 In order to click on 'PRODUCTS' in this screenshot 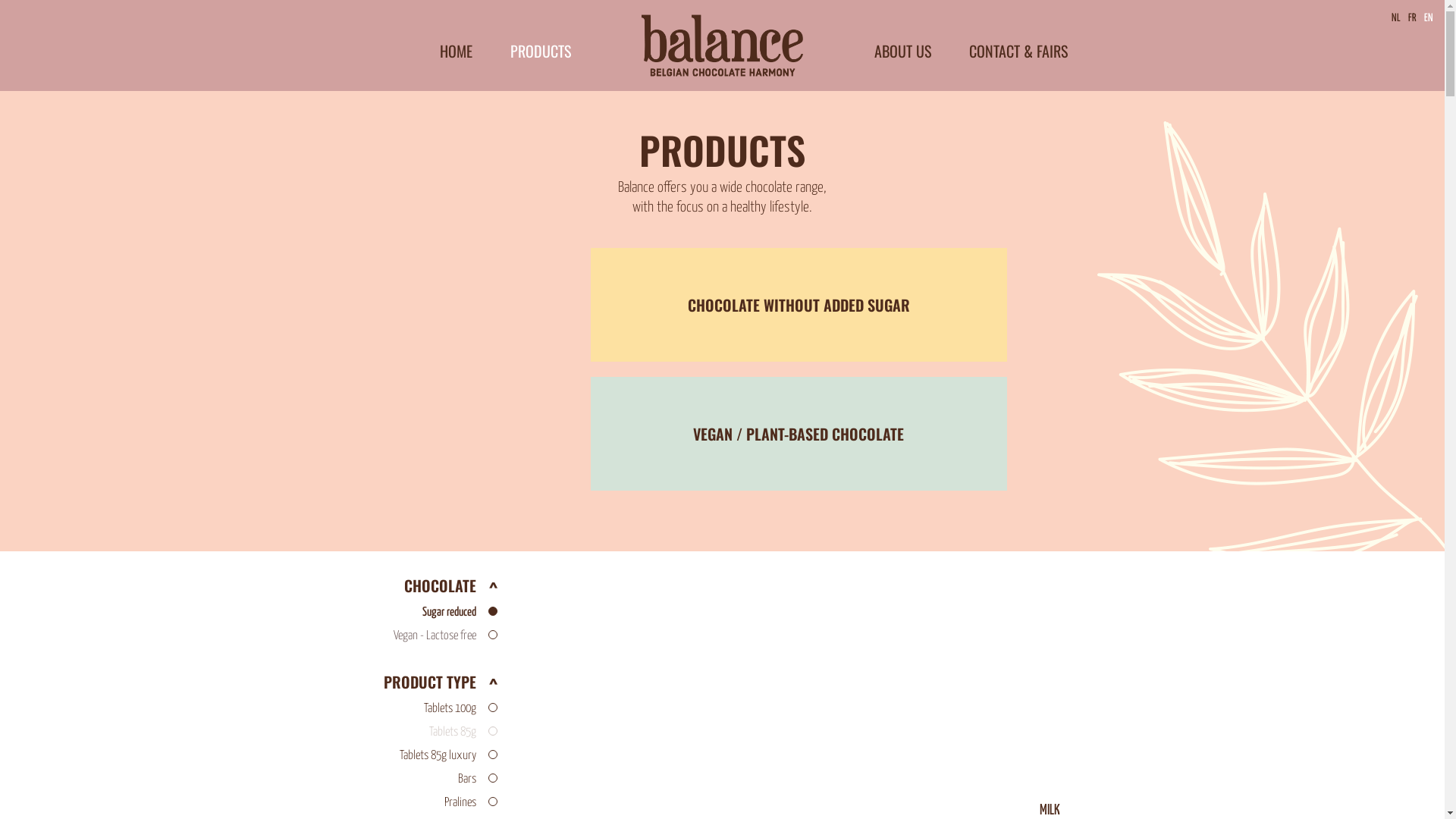, I will do `click(539, 49)`.